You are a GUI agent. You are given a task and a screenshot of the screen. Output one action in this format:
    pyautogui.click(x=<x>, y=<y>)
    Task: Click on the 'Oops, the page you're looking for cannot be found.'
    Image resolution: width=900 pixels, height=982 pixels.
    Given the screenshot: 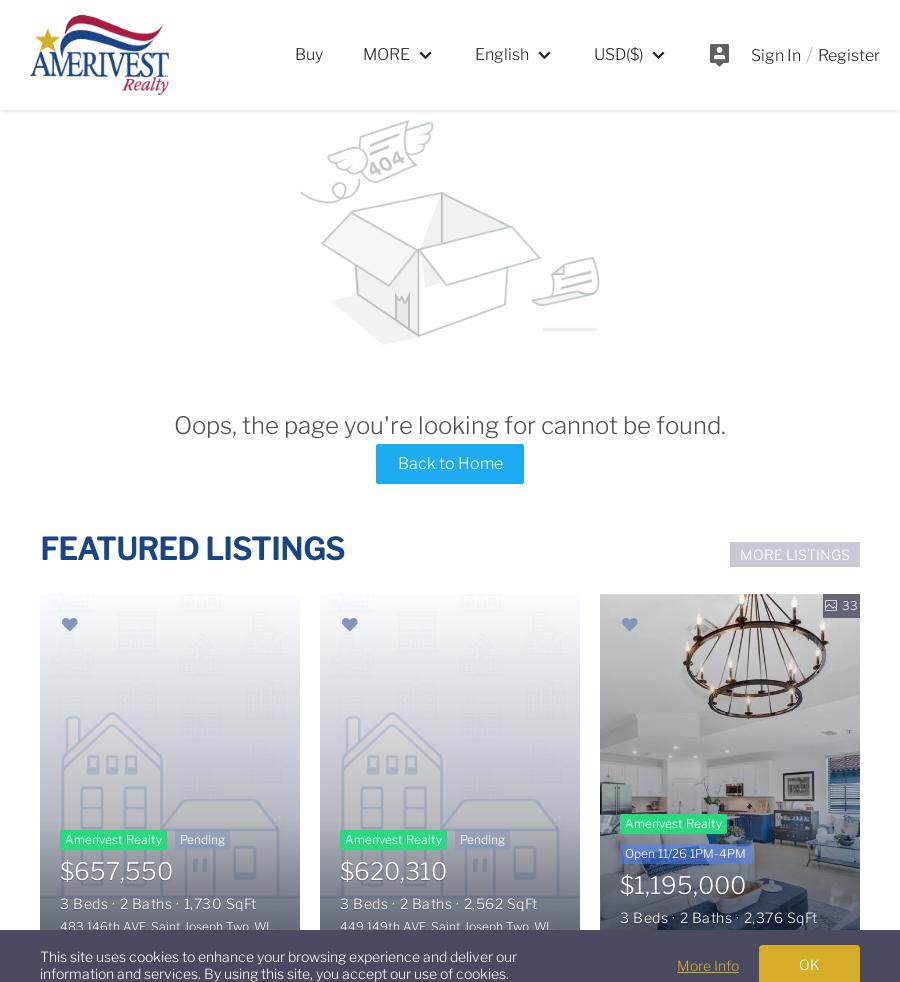 What is the action you would take?
    pyautogui.click(x=450, y=424)
    